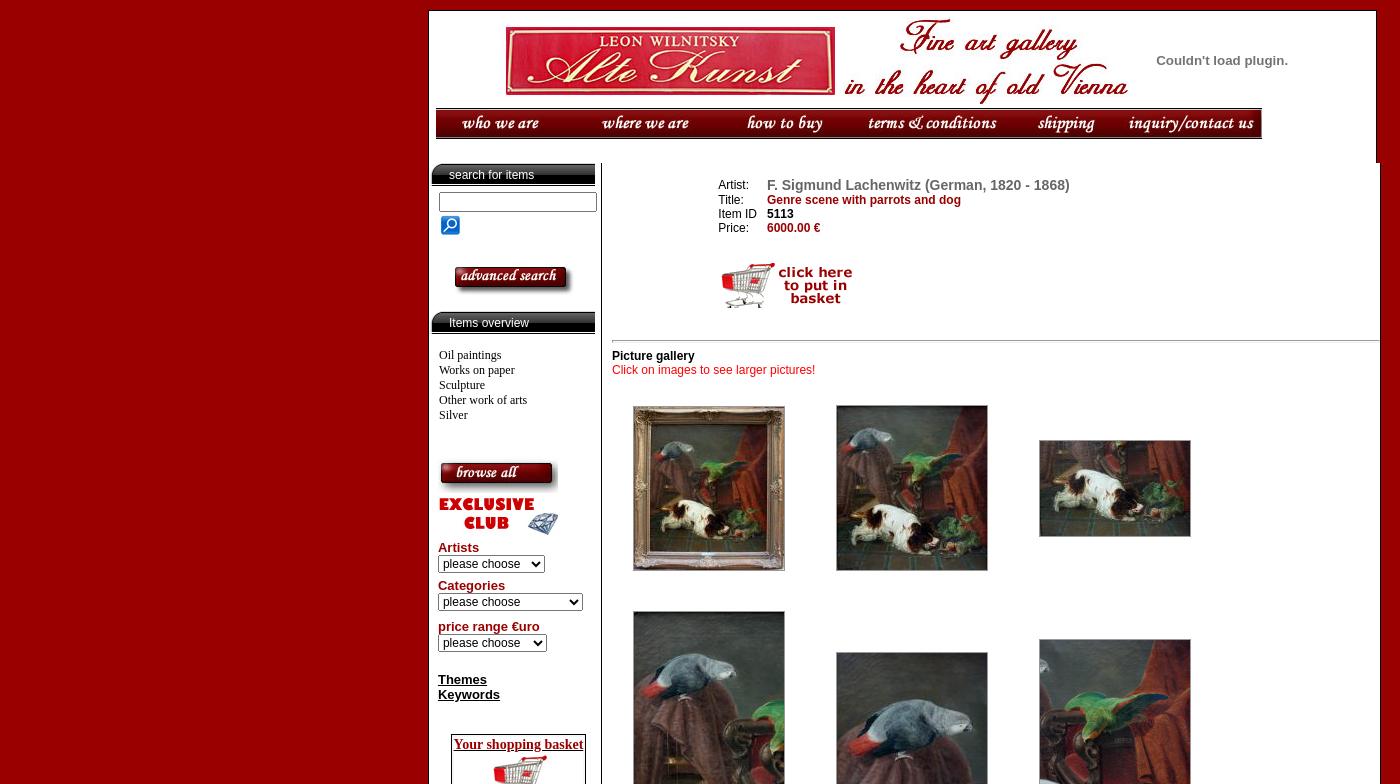 This screenshot has width=1400, height=784. What do you see at coordinates (863, 199) in the screenshot?
I see `'Genre scene with parrots and dog'` at bounding box center [863, 199].